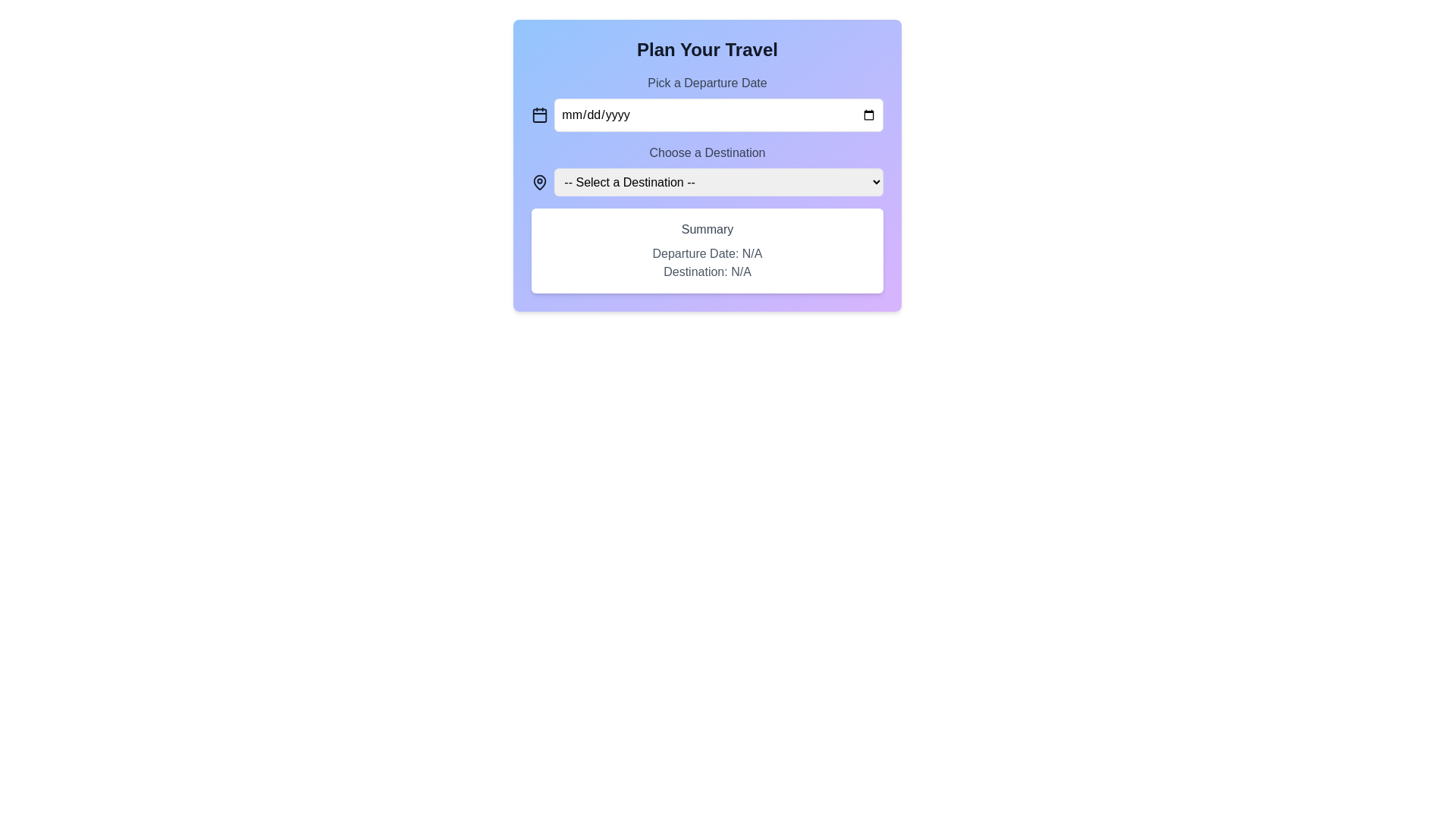  I want to click on the map pin icon that is located in the 'Choose a Destination' group, next to the '-- Select a Destination --' dropdown, so click(540, 181).